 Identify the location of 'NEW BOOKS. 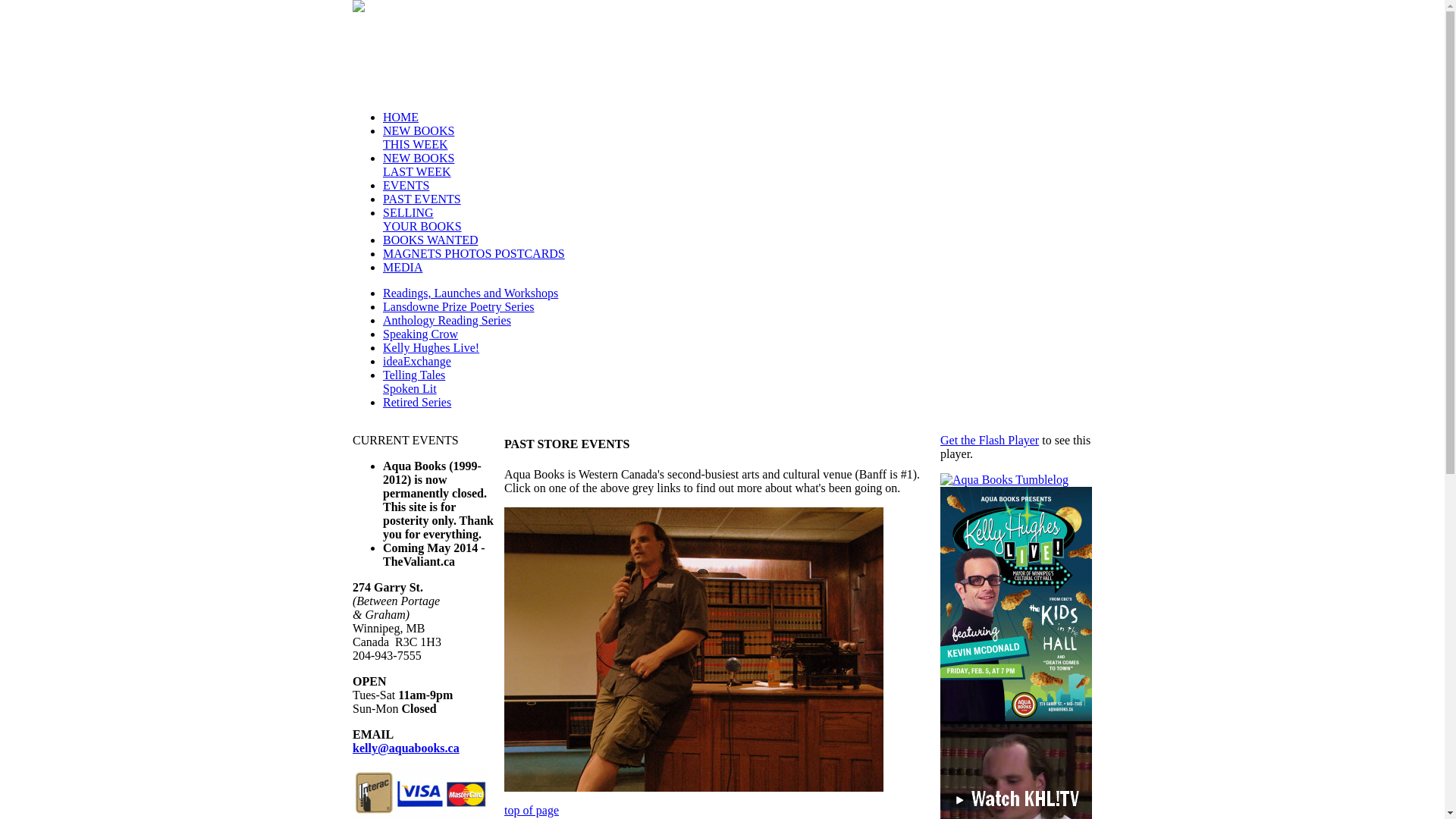
(419, 165).